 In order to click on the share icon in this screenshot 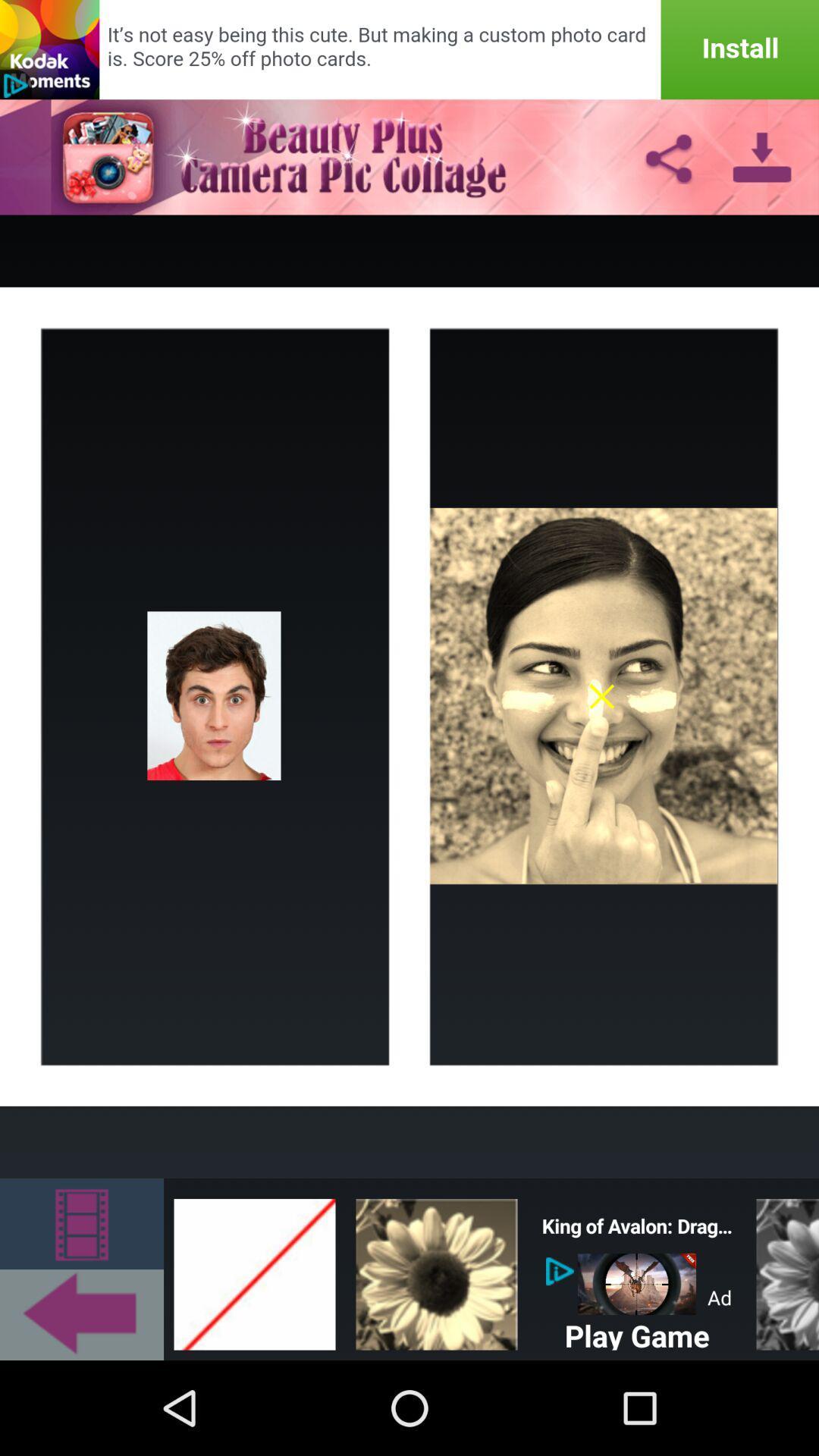, I will do `click(667, 168)`.